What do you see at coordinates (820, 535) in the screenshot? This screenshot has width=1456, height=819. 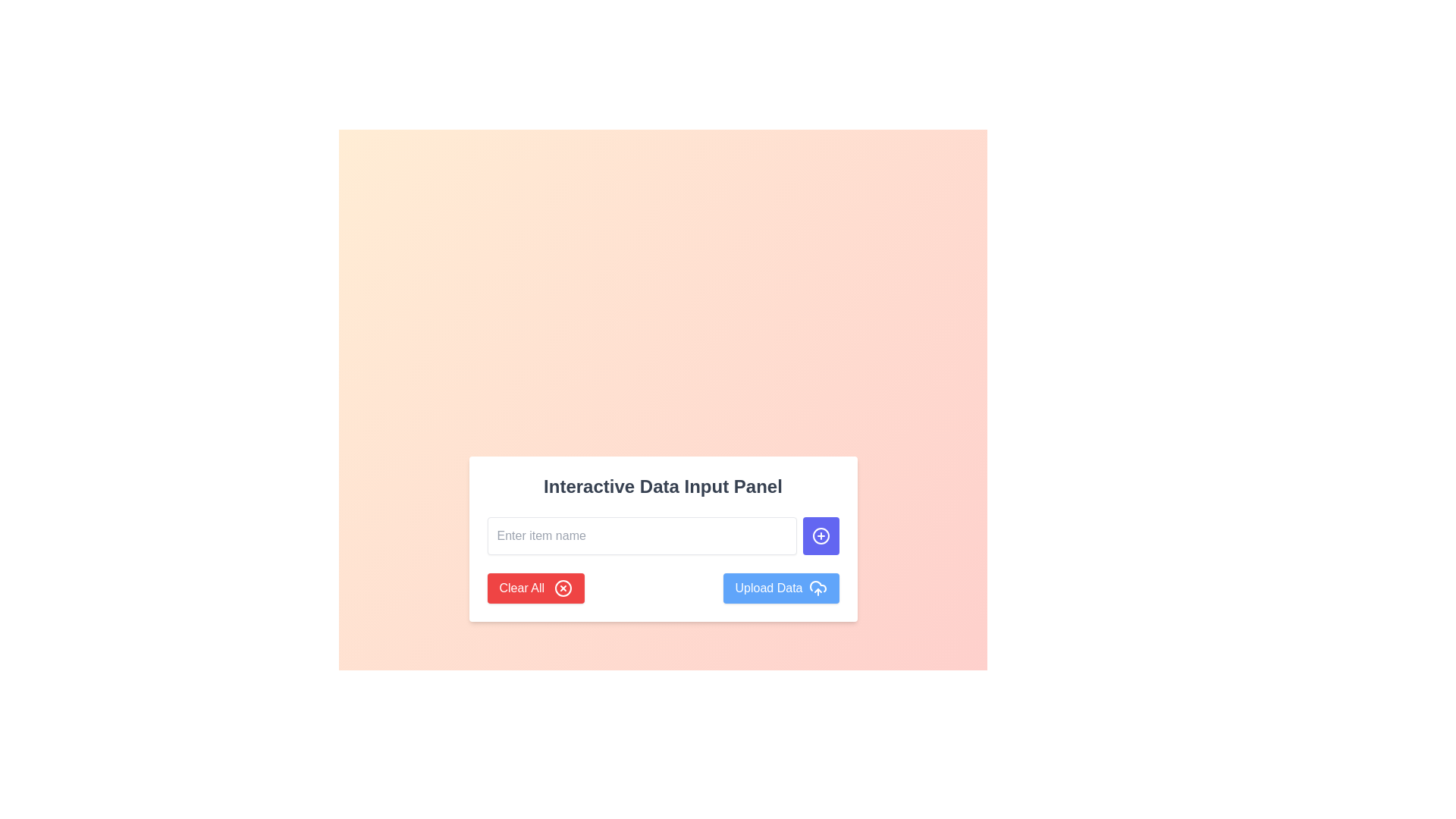 I see `the 'add' button located to the right of the input field in the 'Interactive Data Input Panel'` at bounding box center [820, 535].